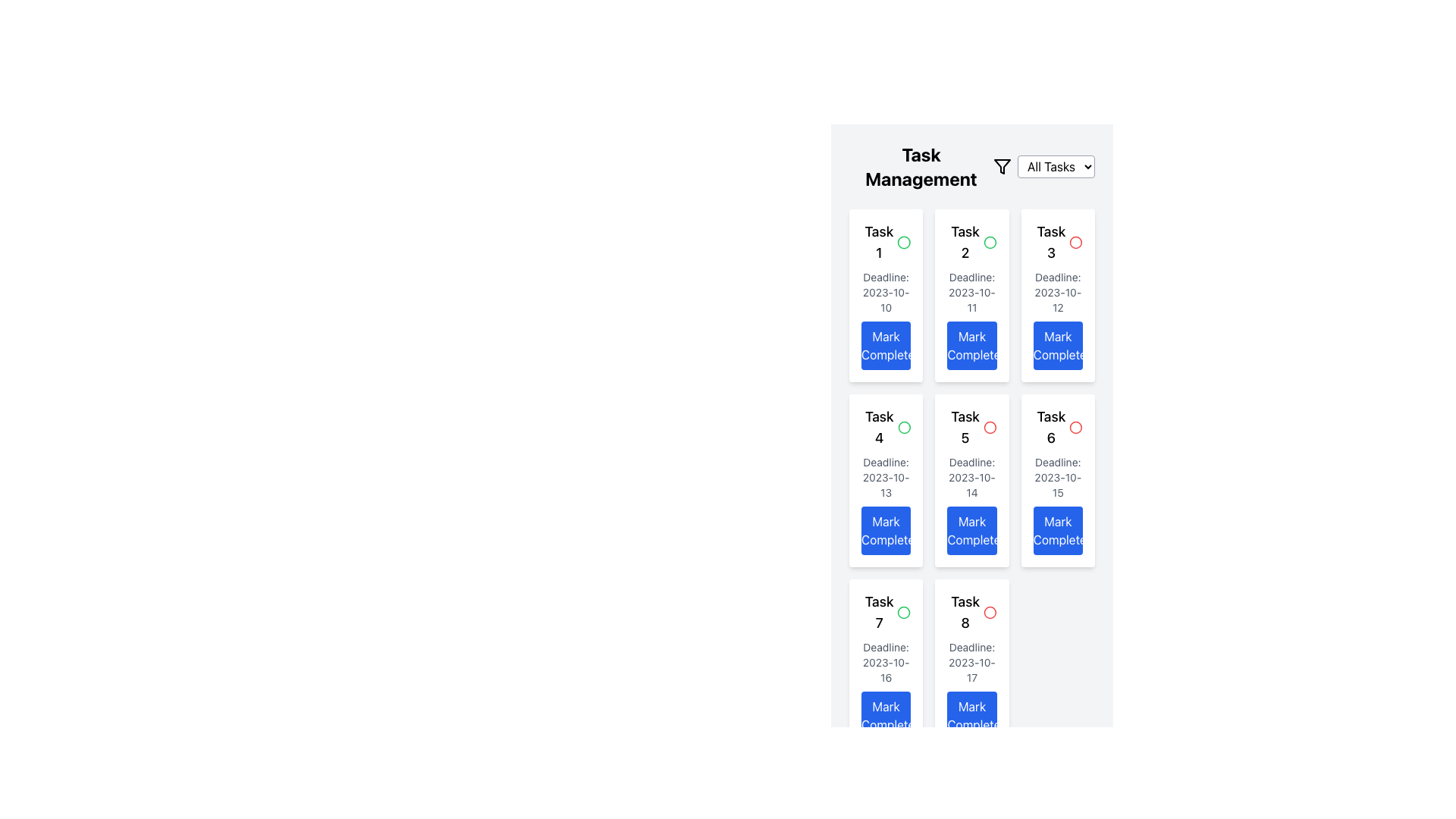 The height and width of the screenshot is (819, 1456). What do you see at coordinates (971, 476) in the screenshot?
I see `the text label displaying the deadline 'Deadline: 2023-10-14' within the card labeled 'Task 5'` at bounding box center [971, 476].